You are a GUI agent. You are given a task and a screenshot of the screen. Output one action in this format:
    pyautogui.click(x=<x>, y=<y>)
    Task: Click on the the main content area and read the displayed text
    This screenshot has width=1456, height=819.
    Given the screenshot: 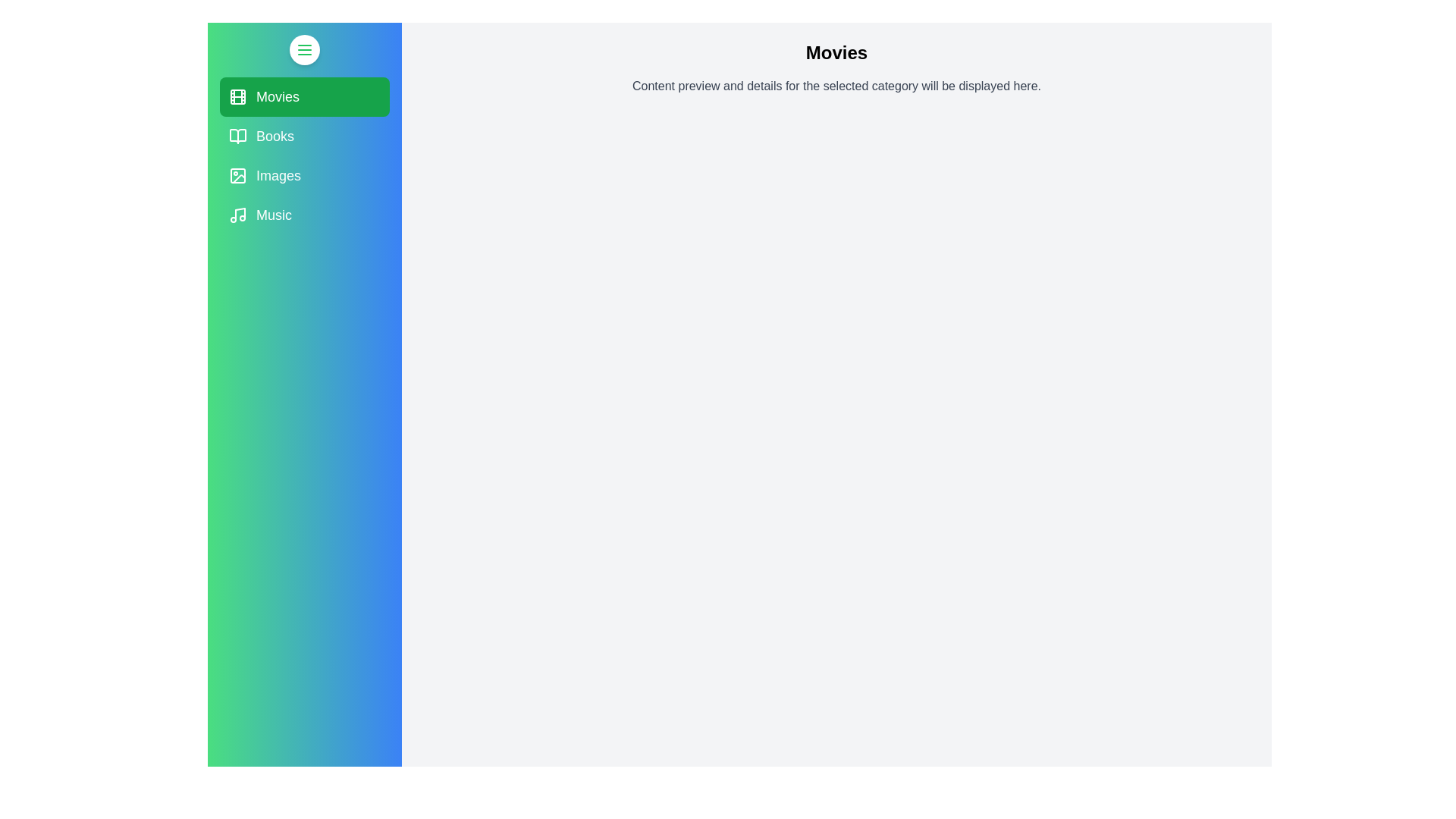 What is the action you would take?
    pyautogui.click(x=836, y=432)
    